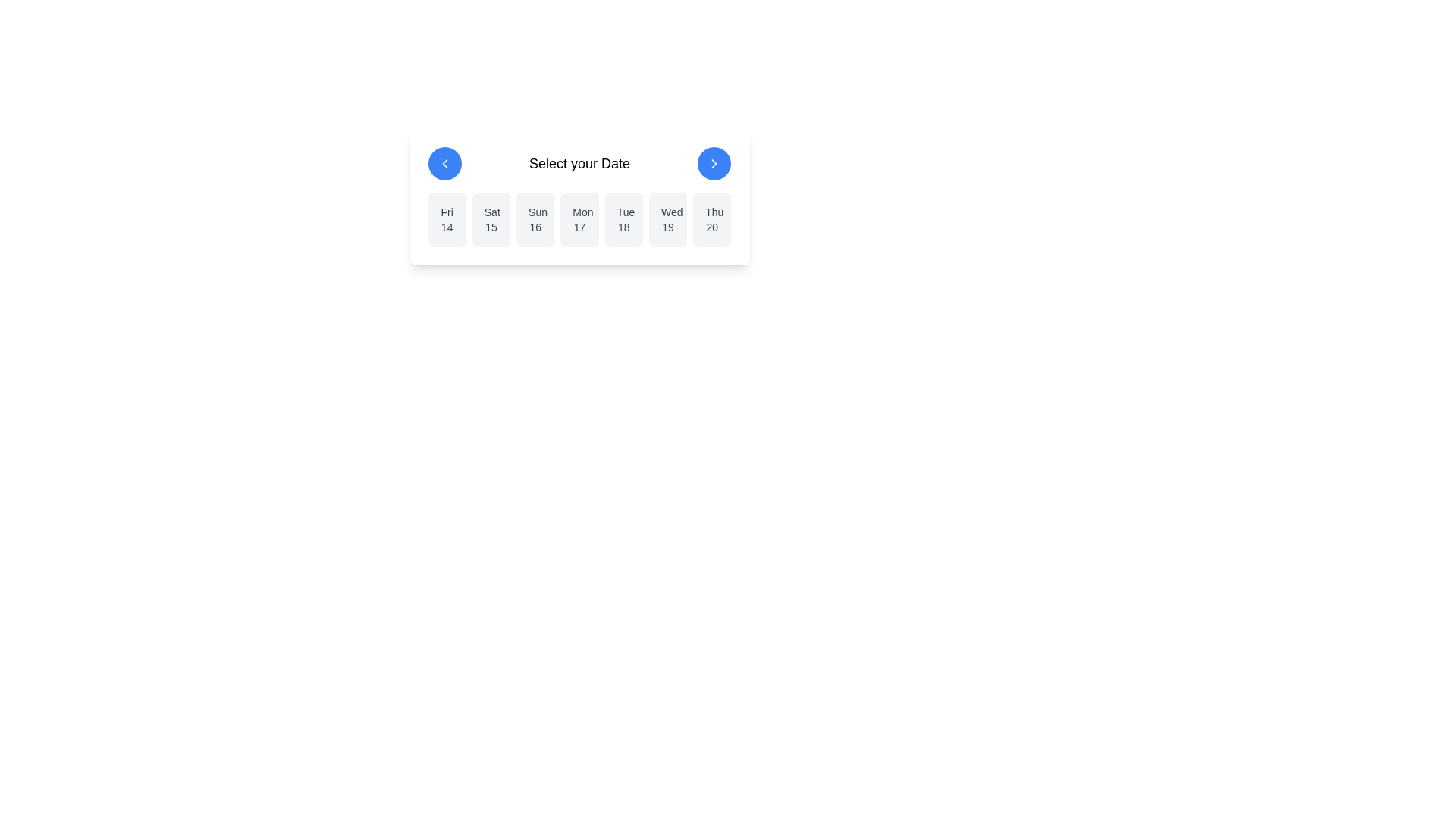 The image size is (1456, 819). Describe the element at coordinates (714, 164) in the screenshot. I see `the blue circular navigation icon located on the right side of the interface` at that location.